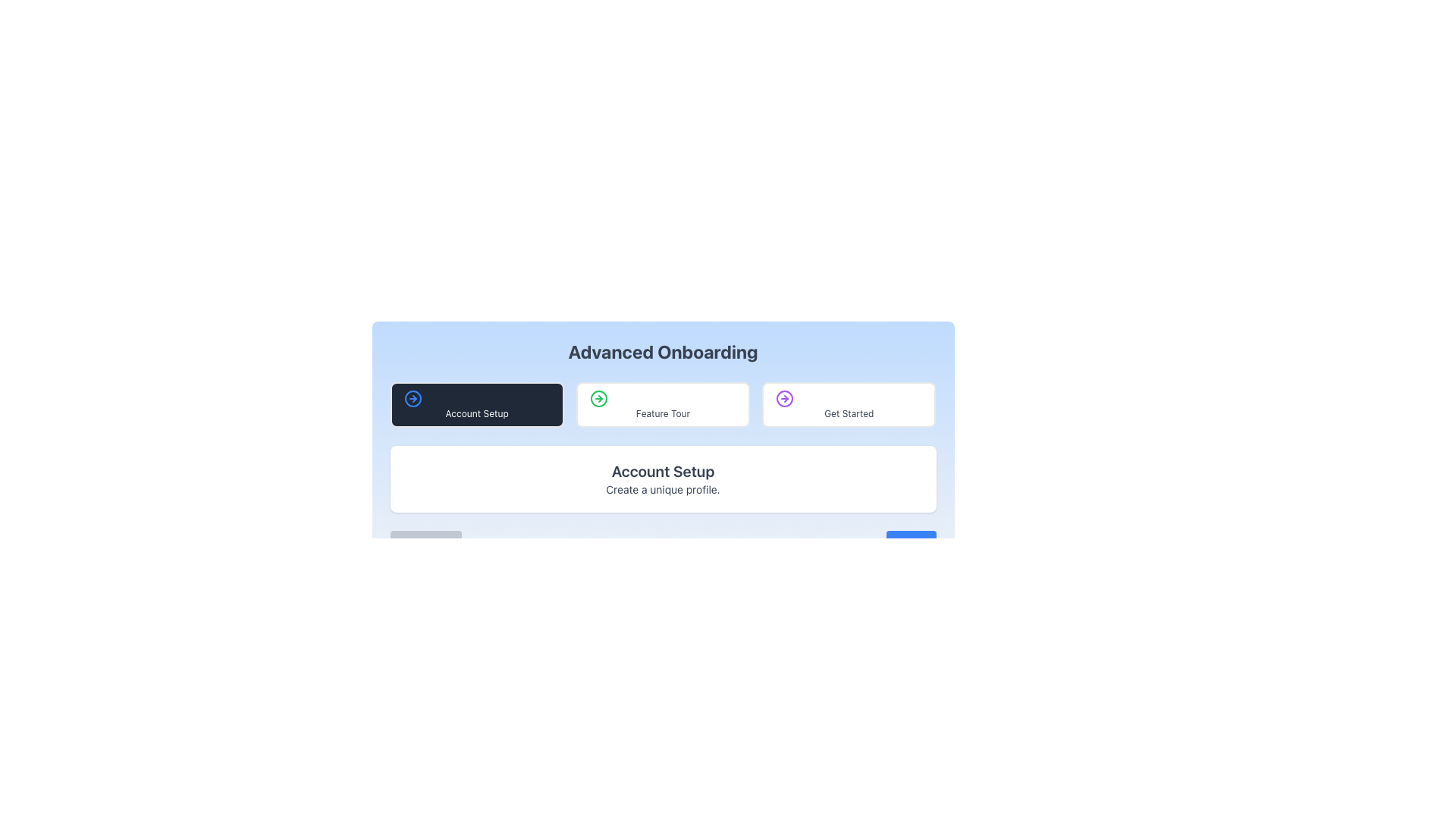 The height and width of the screenshot is (819, 1456). Describe the element at coordinates (848, 414) in the screenshot. I see `text label indicating 'Get Started' located in the center of the rightmost card under the 'Advanced Onboarding' header` at that location.